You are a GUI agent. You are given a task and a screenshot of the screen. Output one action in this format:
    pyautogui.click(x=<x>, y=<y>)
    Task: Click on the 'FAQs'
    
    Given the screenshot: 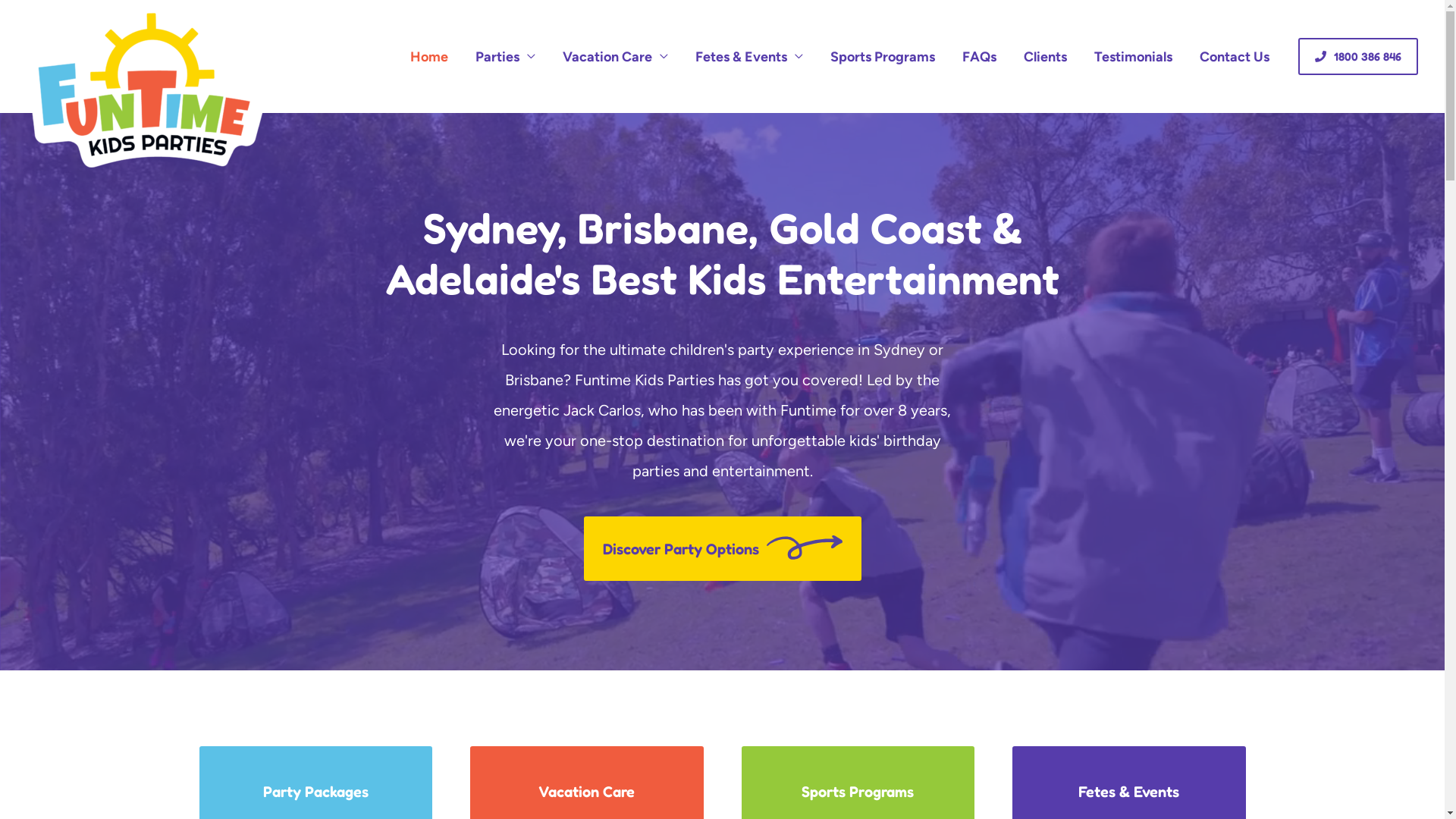 What is the action you would take?
    pyautogui.click(x=979, y=55)
    